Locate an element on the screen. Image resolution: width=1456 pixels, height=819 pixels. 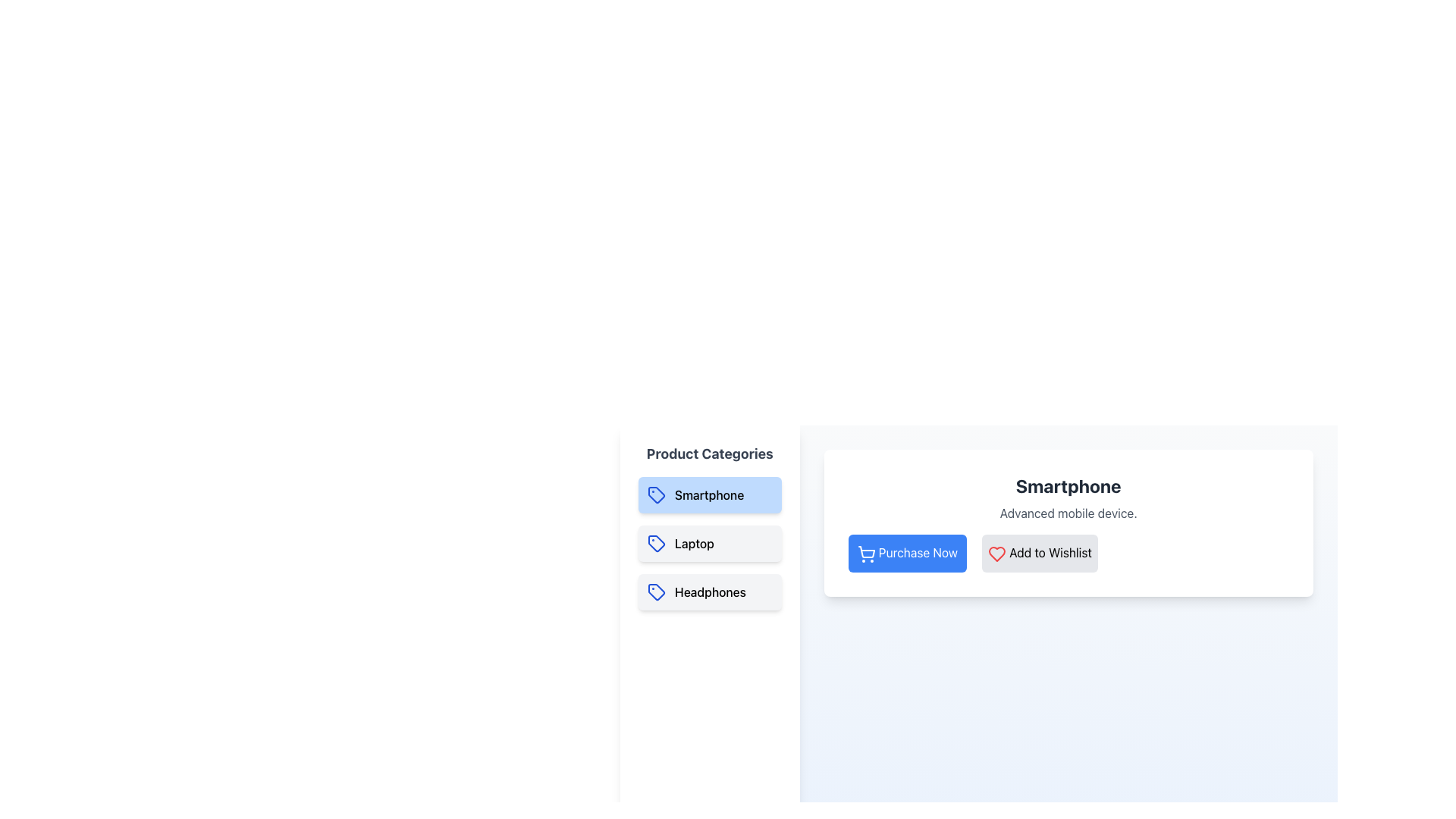
the 'Add to Wishlist' button, which is a light gray rectangular button with a red heart icon and text on its right, located next to the 'Purchase Now' button is located at coordinates (1039, 553).